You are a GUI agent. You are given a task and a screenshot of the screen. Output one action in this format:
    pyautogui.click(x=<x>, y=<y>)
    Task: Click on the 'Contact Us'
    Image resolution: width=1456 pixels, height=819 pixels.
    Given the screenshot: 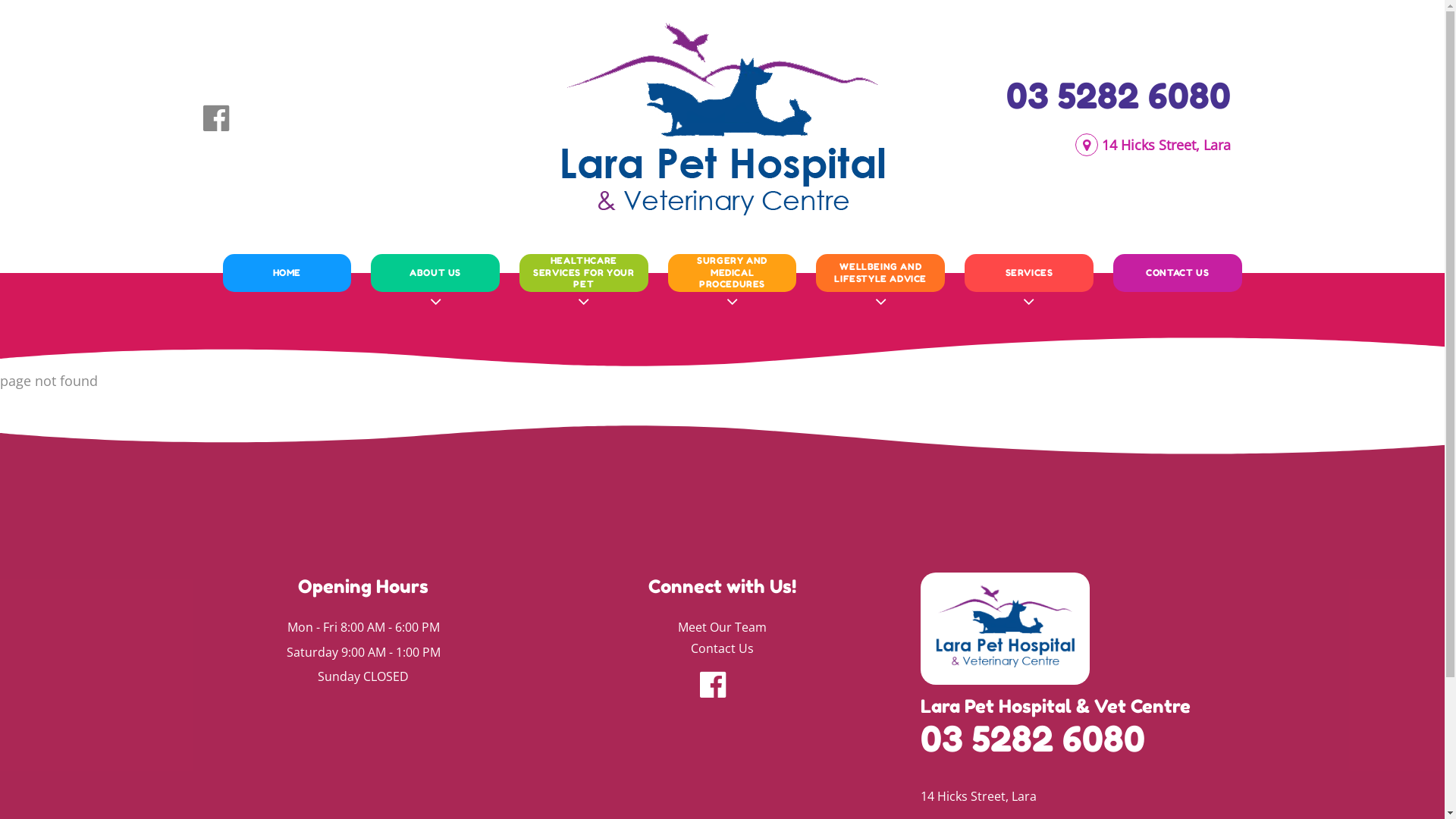 What is the action you would take?
    pyautogui.click(x=721, y=648)
    